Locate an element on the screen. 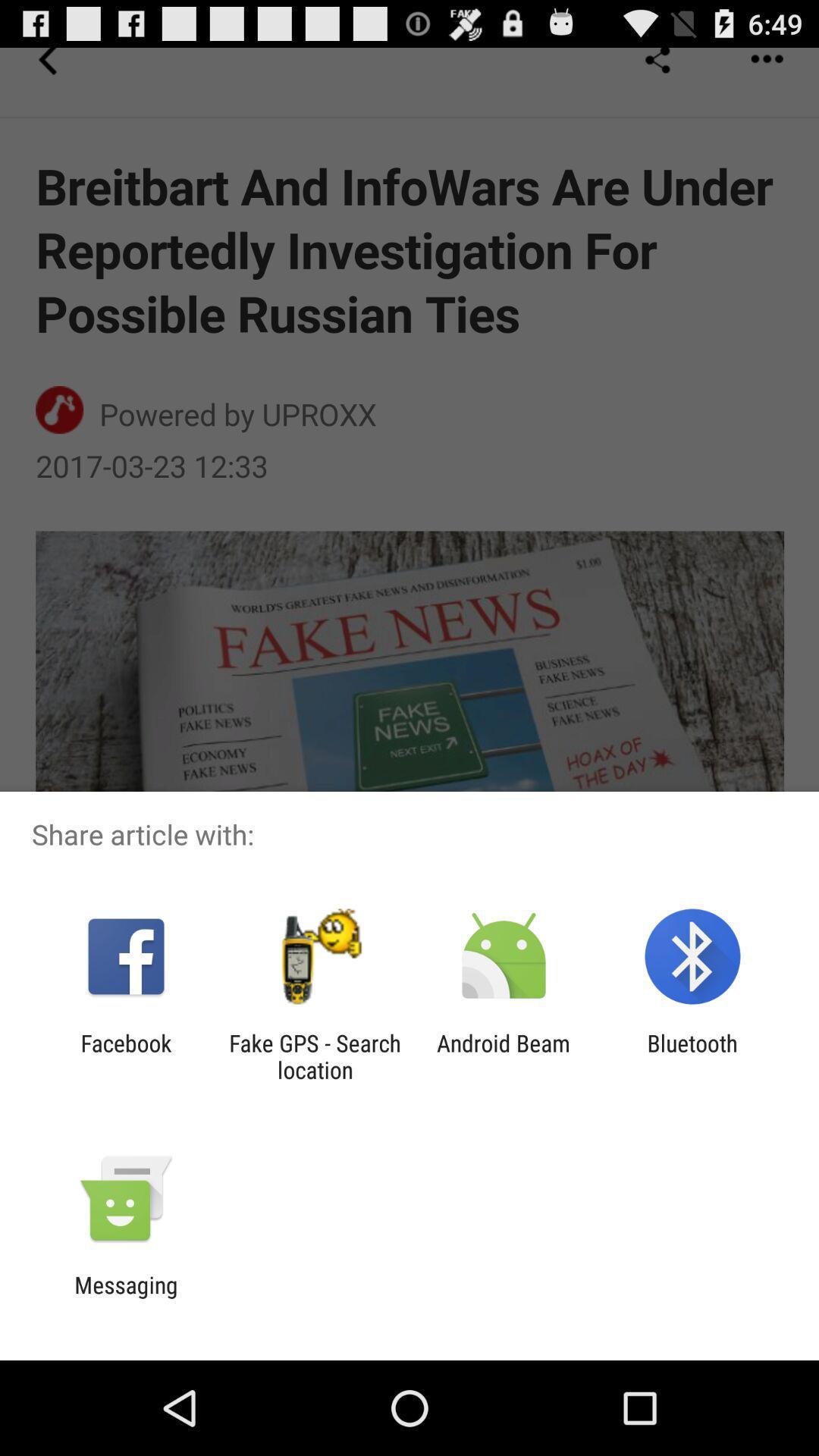 The width and height of the screenshot is (819, 1456). the icon to the right of the fake gps search app is located at coordinates (504, 1056).